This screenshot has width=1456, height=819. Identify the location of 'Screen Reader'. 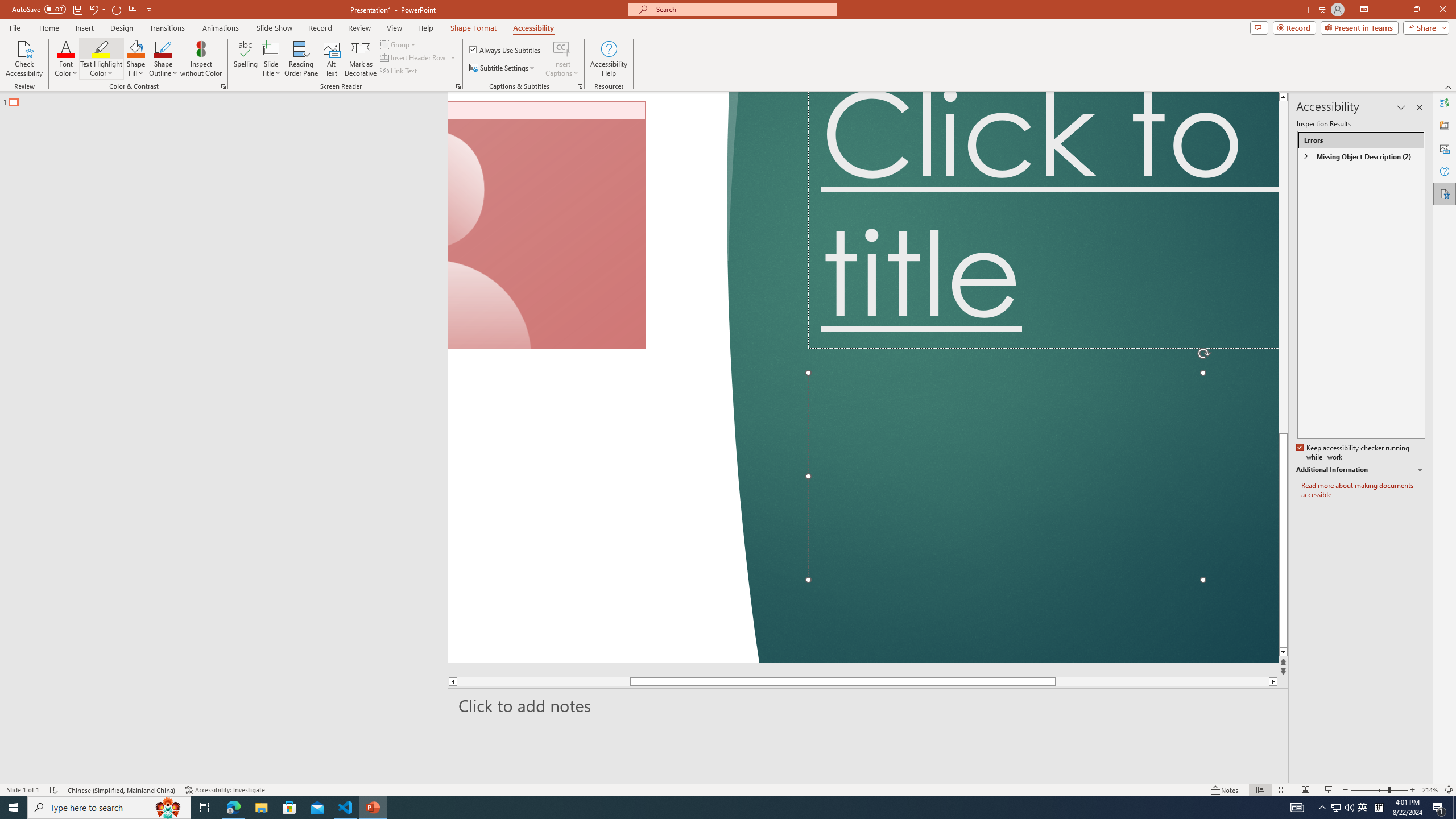
(458, 85).